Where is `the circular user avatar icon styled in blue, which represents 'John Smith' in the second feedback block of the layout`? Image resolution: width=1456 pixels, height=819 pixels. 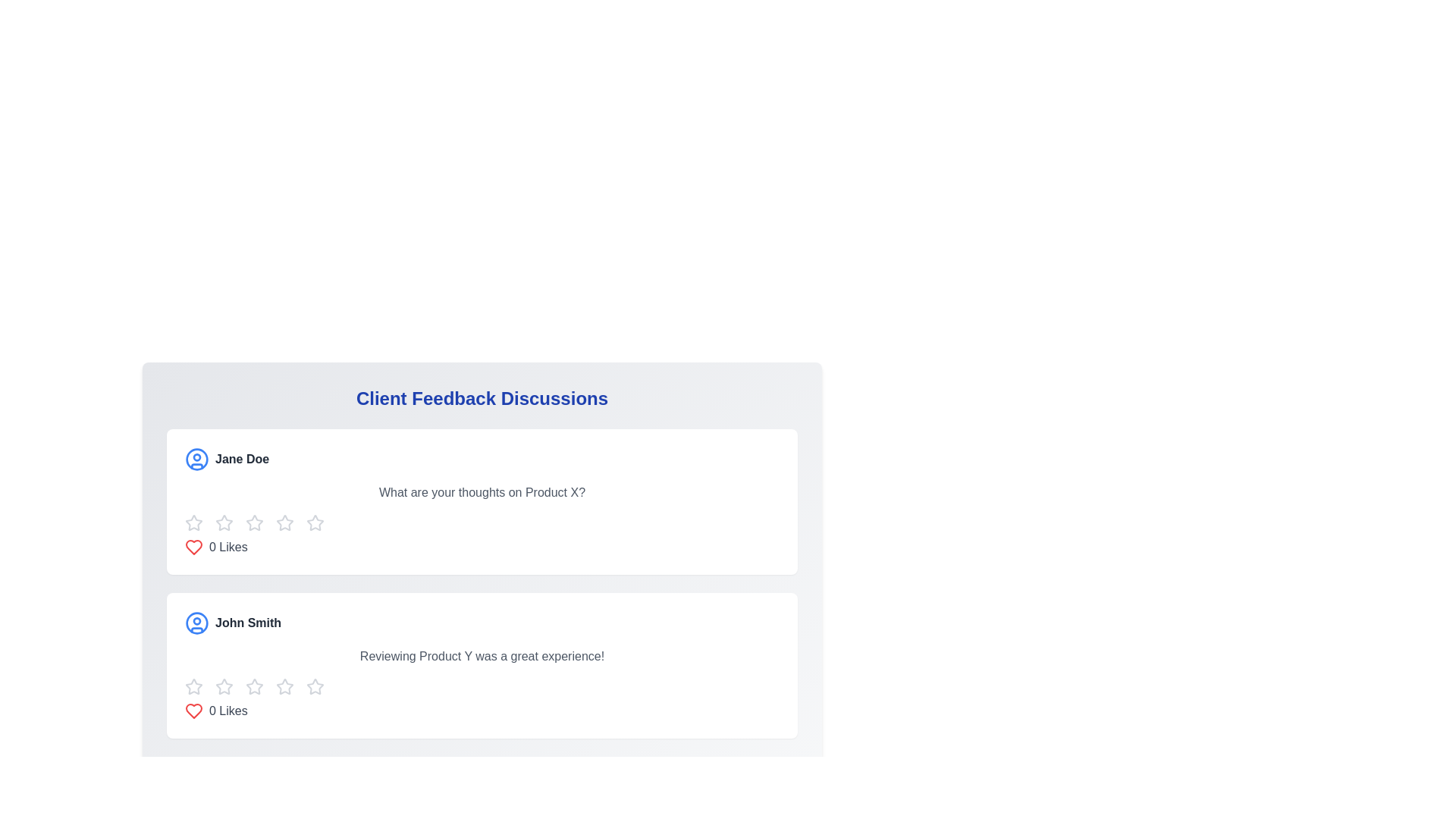 the circular user avatar icon styled in blue, which represents 'John Smith' in the second feedback block of the layout is located at coordinates (196, 623).